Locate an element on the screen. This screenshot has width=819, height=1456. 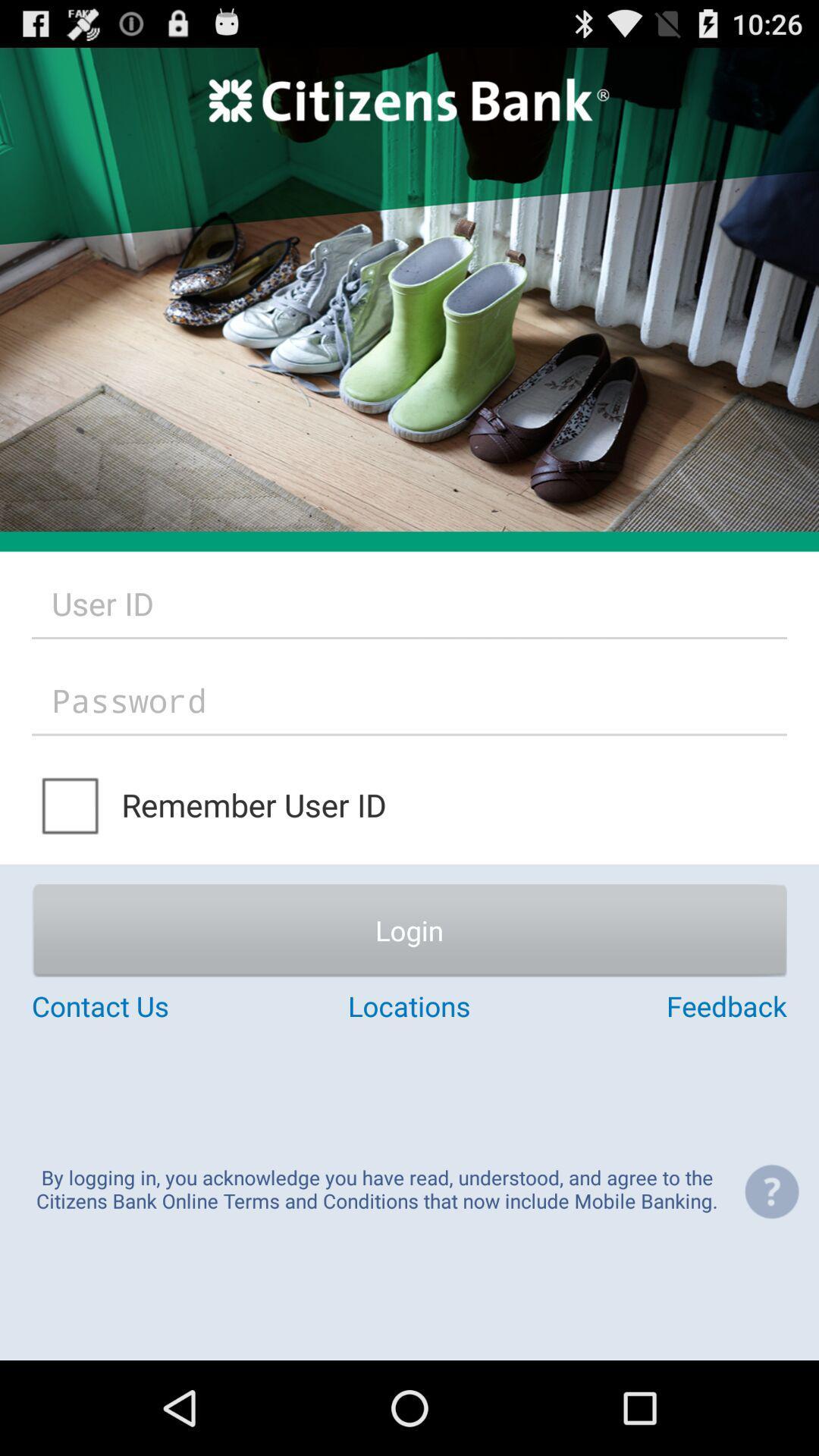
contact us app is located at coordinates (157, 1006).